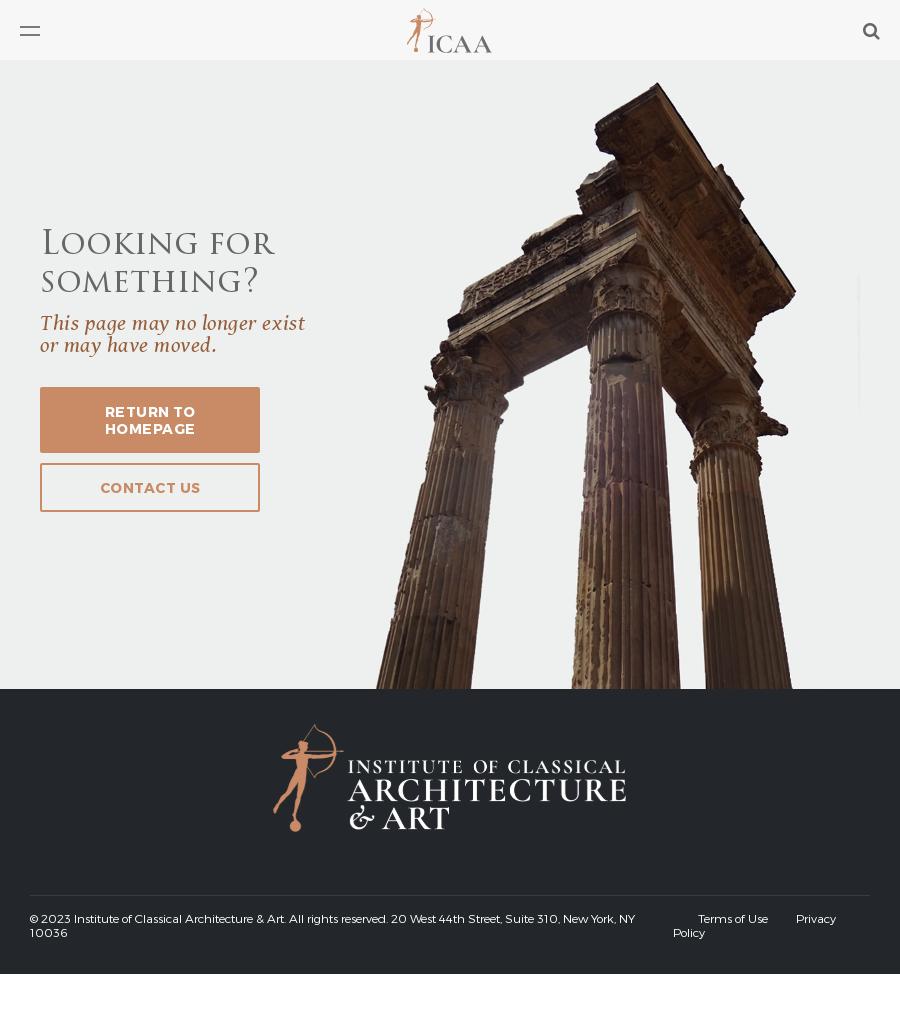  I want to click on 'Videos', so click(43, 161).